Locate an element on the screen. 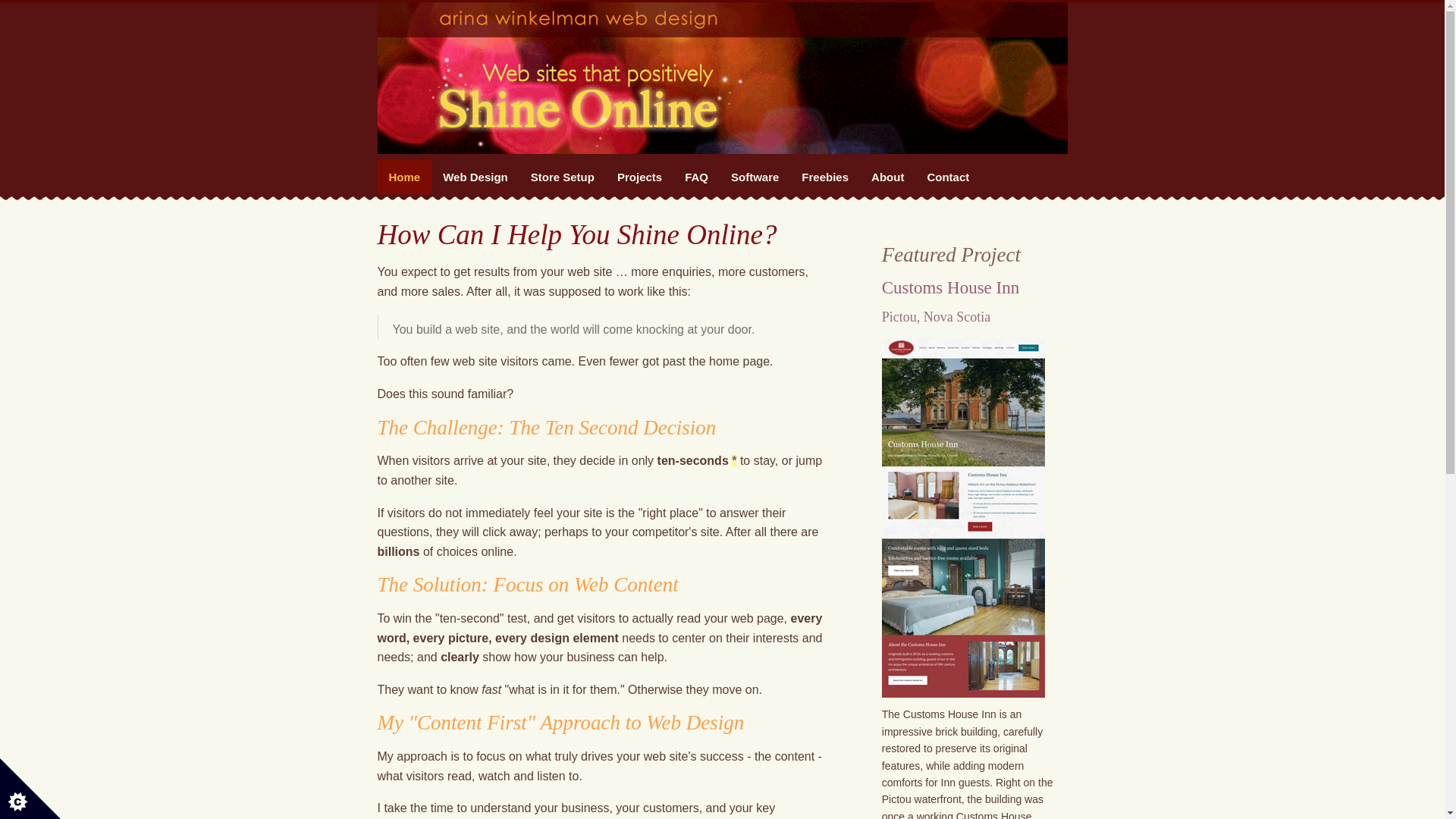 This screenshot has width=1456, height=819. 'Contact' is located at coordinates (914, 176).